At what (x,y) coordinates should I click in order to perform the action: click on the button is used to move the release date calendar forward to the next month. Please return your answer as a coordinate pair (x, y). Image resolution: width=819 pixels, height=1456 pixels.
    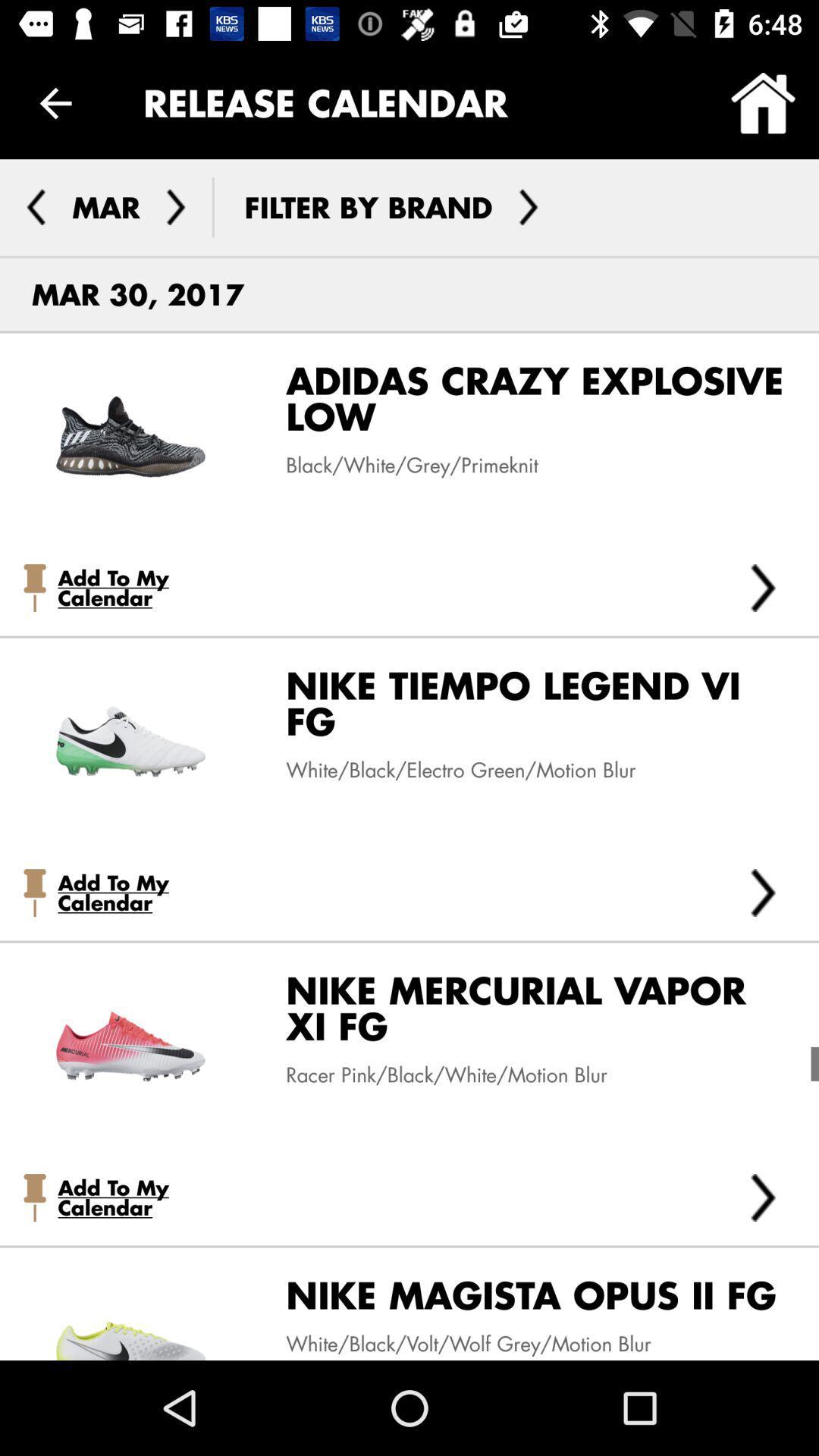
    Looking at the image, I should click on (175, 206).